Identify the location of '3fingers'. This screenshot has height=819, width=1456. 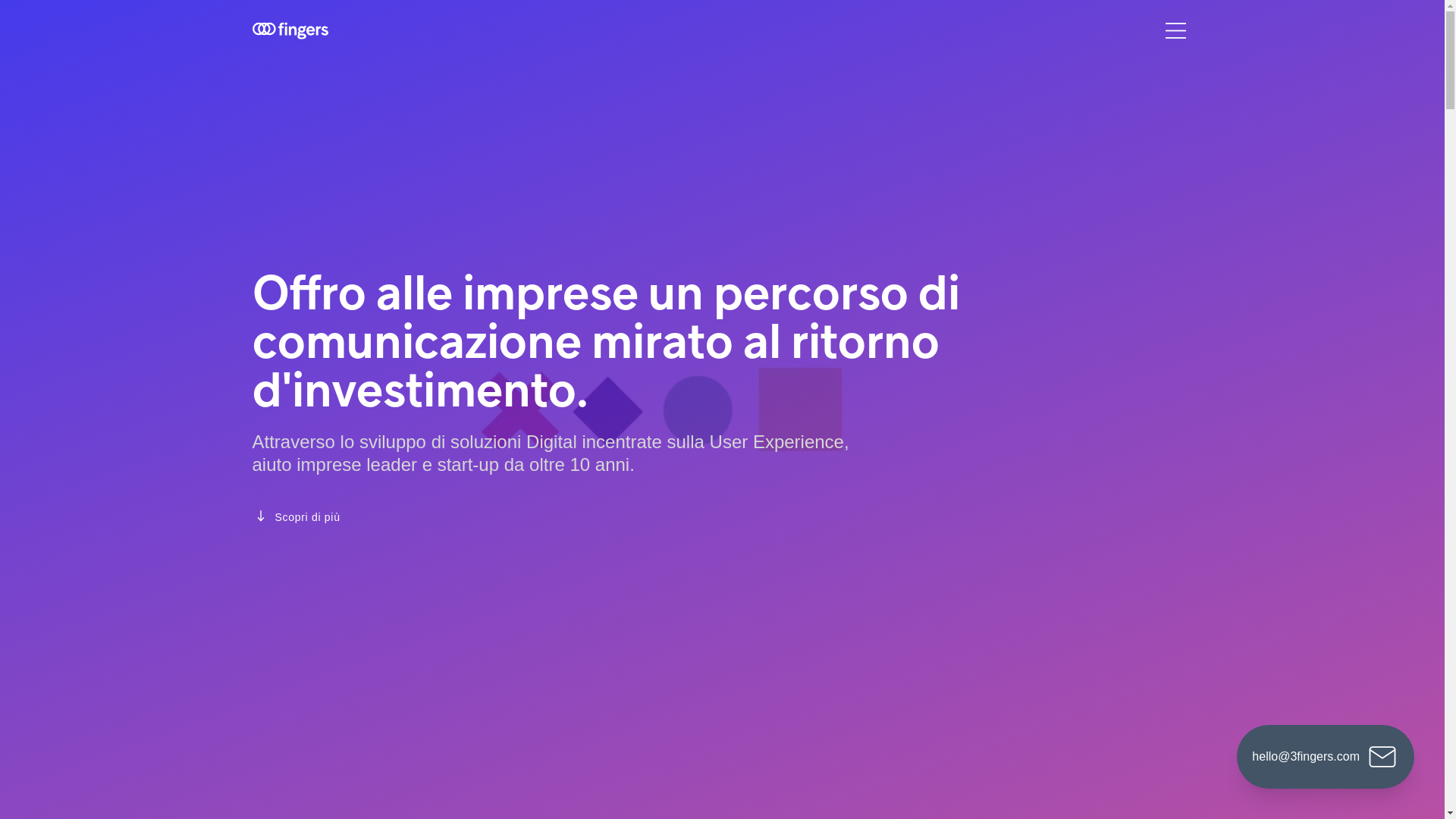
(290, 30).